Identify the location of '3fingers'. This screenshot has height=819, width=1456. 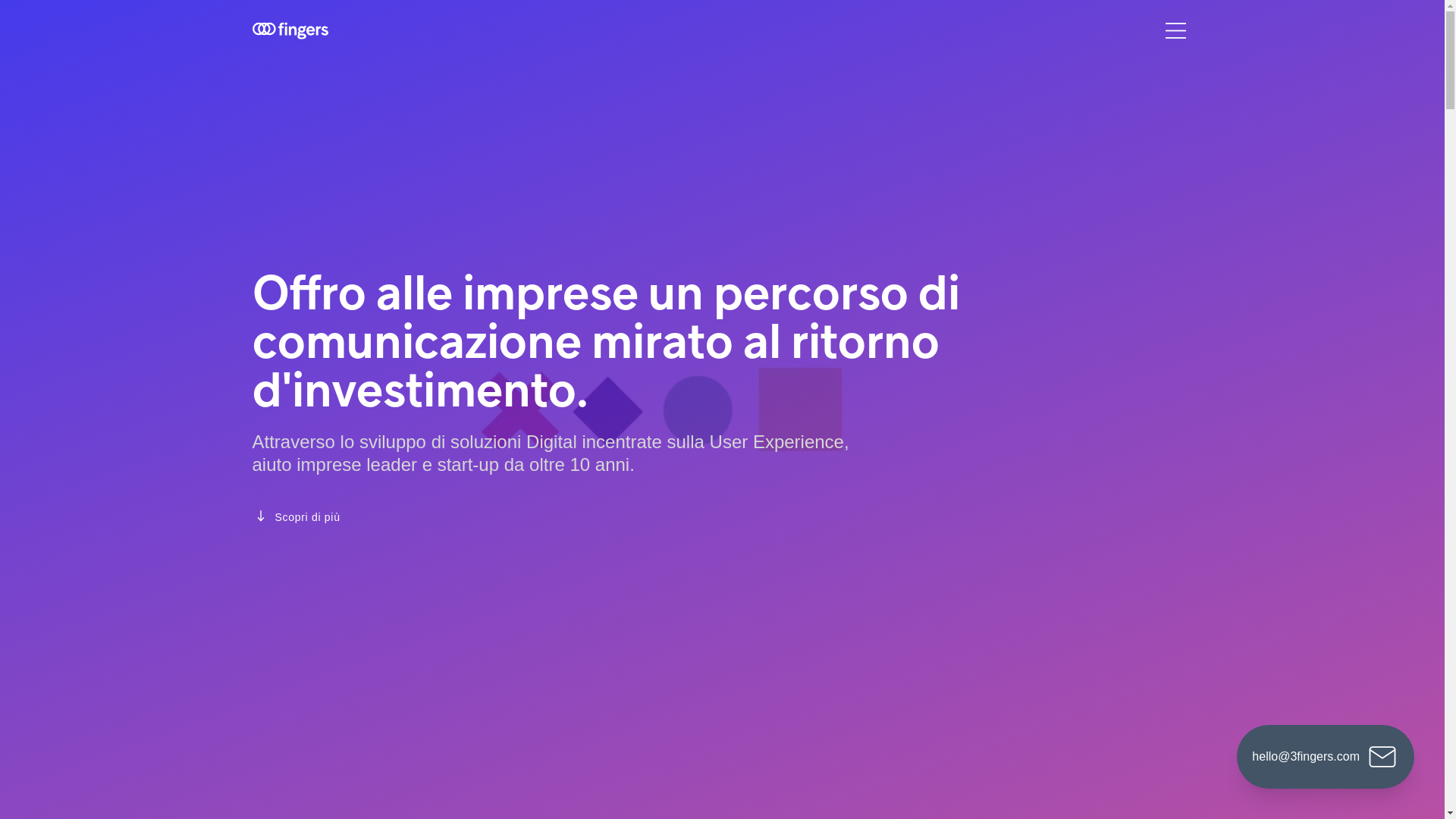
(290, 30).